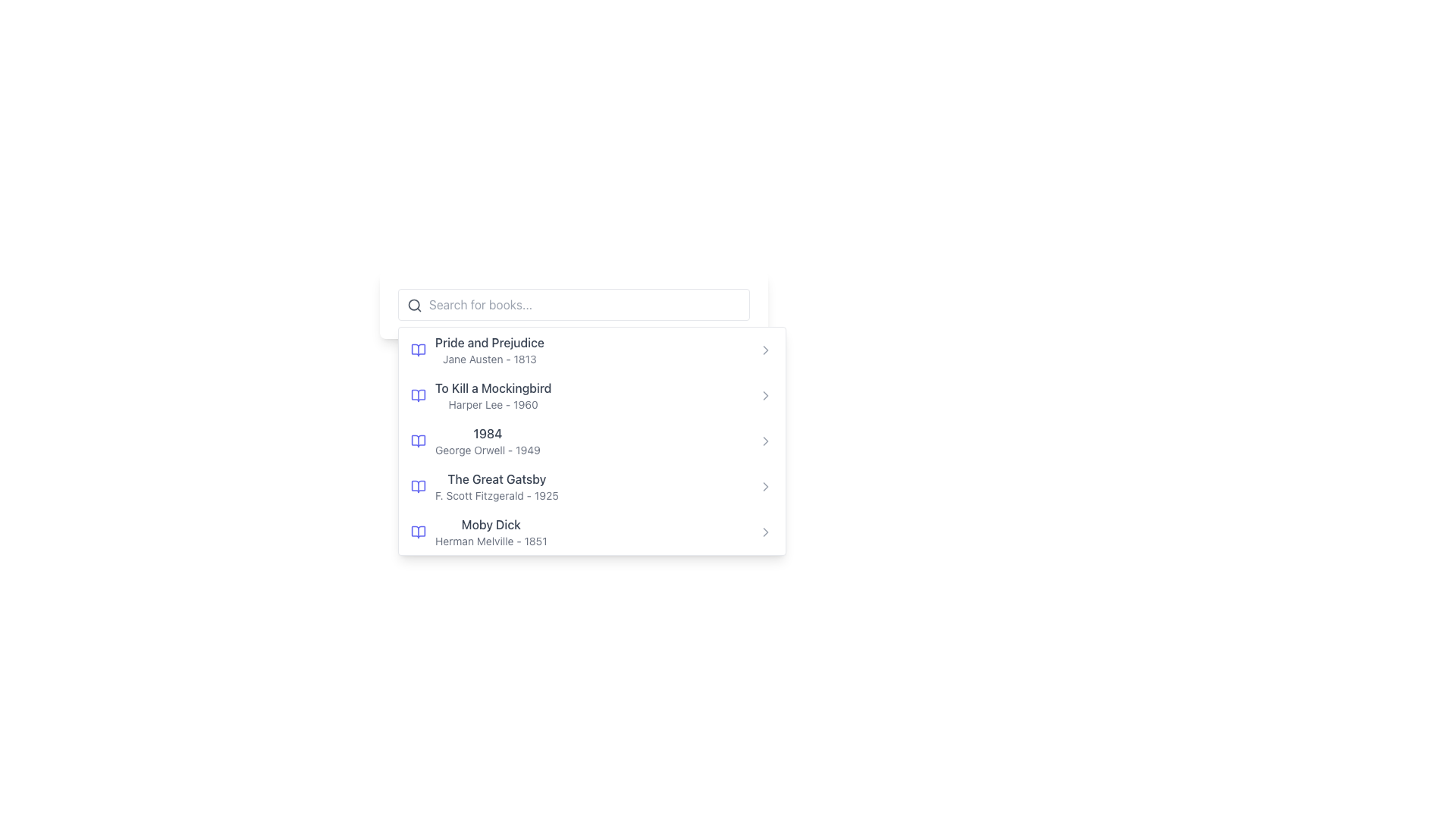 The width and height of the screenshot is (1456, 819). I want to click on the circular SVG graphic that is part of the search icon located at the top-left corner of the search bar, so click(414, 305).